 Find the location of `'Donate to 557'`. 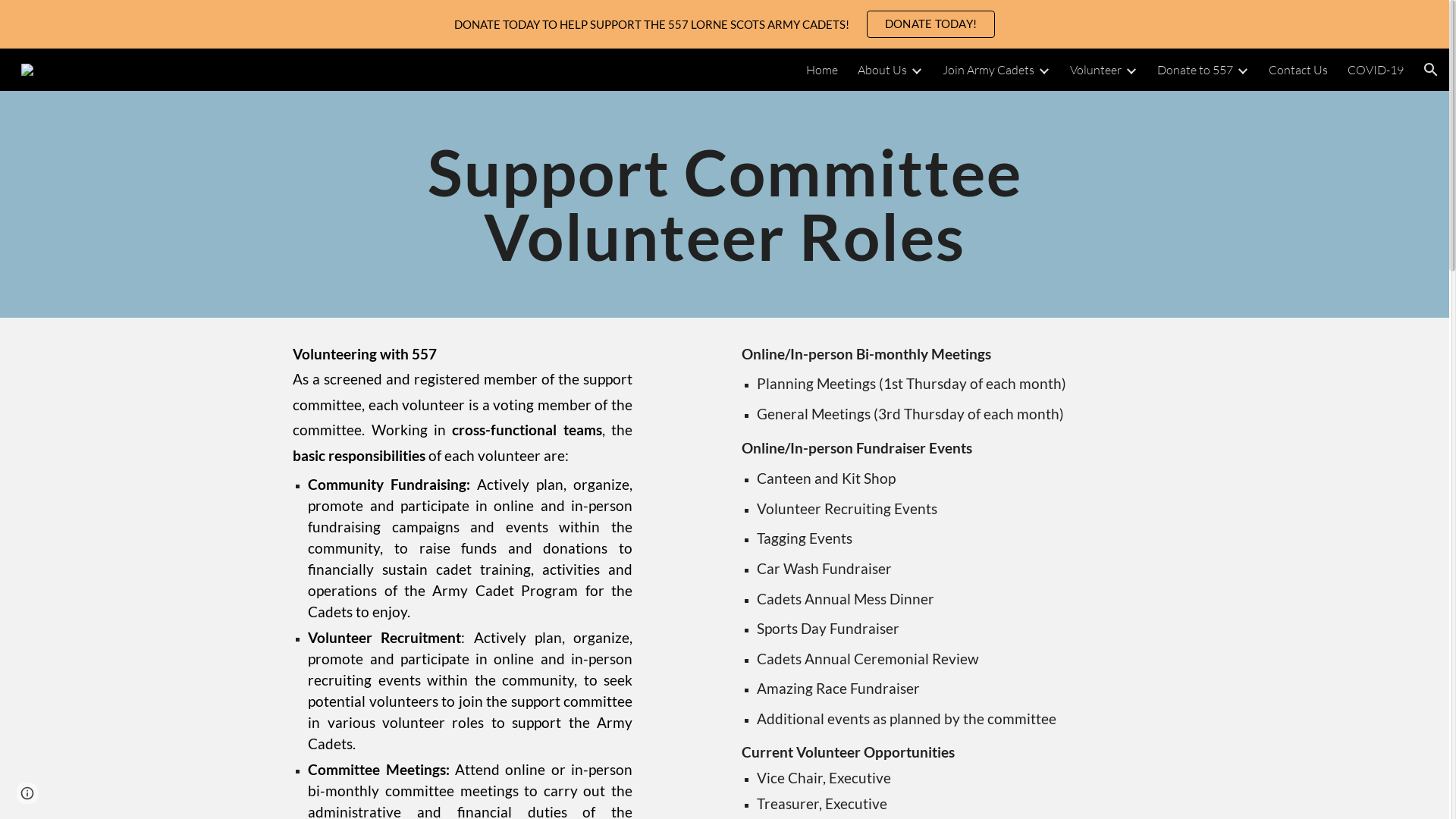

'Donate to 557' is located at coordinates (1194, 70).